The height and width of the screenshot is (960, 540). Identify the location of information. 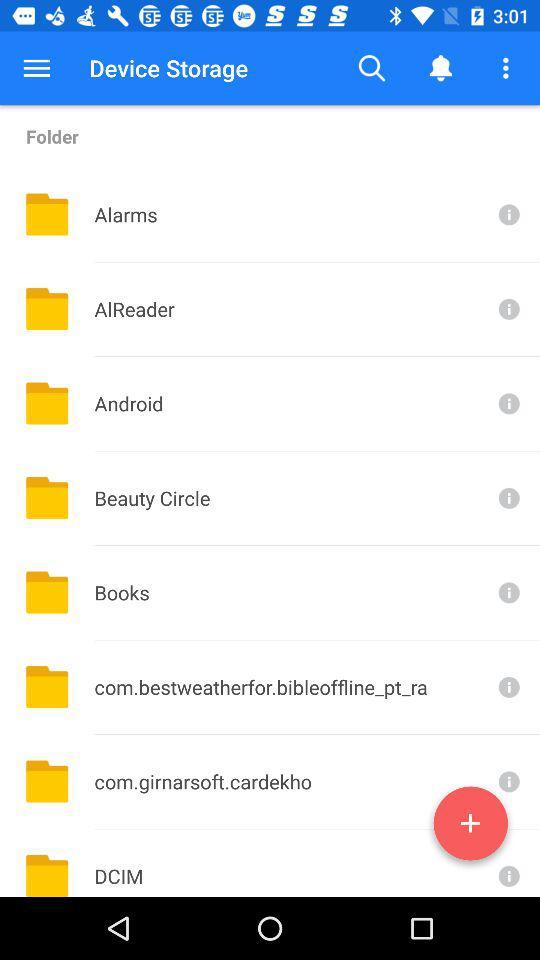
(507, 781).